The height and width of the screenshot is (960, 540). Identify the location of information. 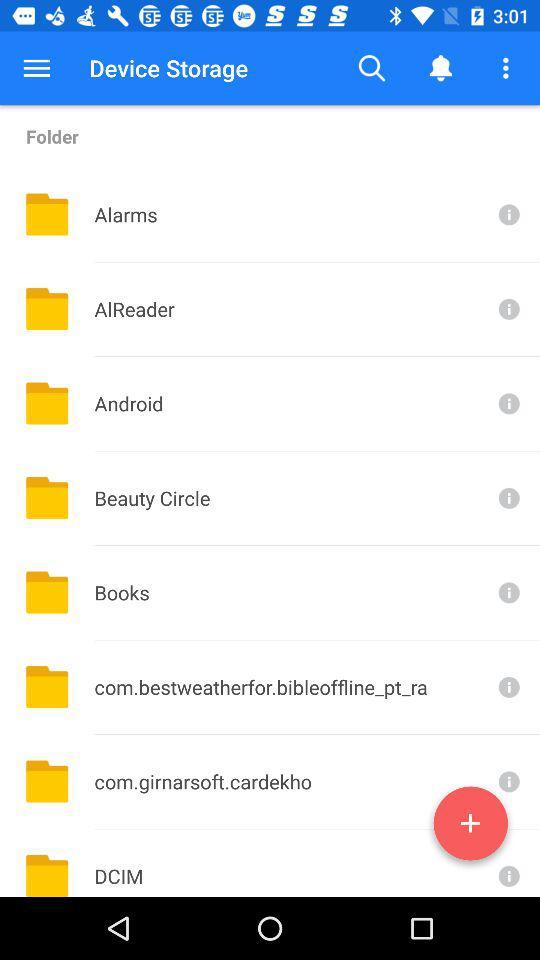
(507, 781).